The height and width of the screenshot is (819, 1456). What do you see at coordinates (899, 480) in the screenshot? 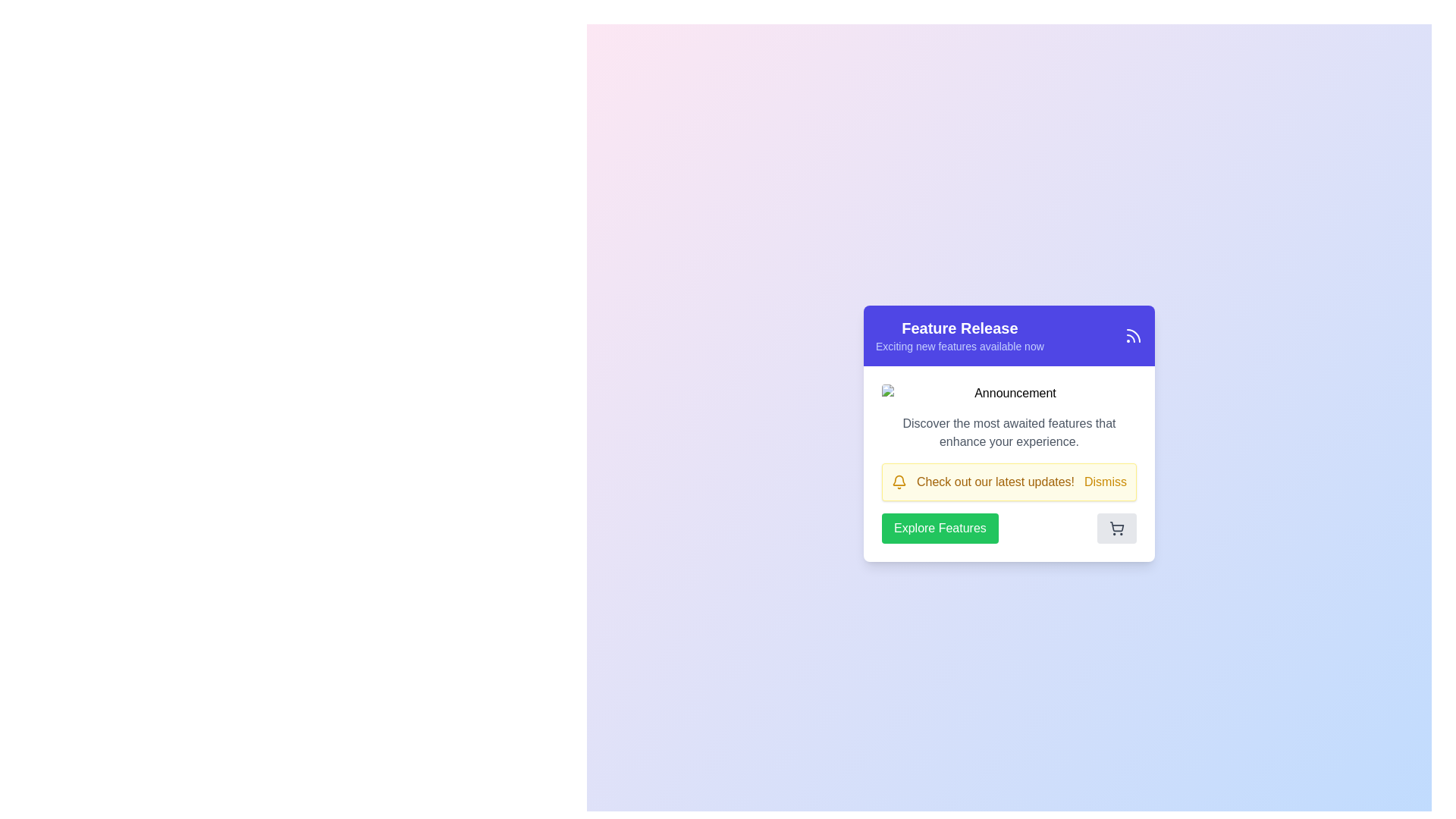
I see `the bell-shaped notification indicator located at the top right corner of the feature release card` at bounding box center [899, 480].